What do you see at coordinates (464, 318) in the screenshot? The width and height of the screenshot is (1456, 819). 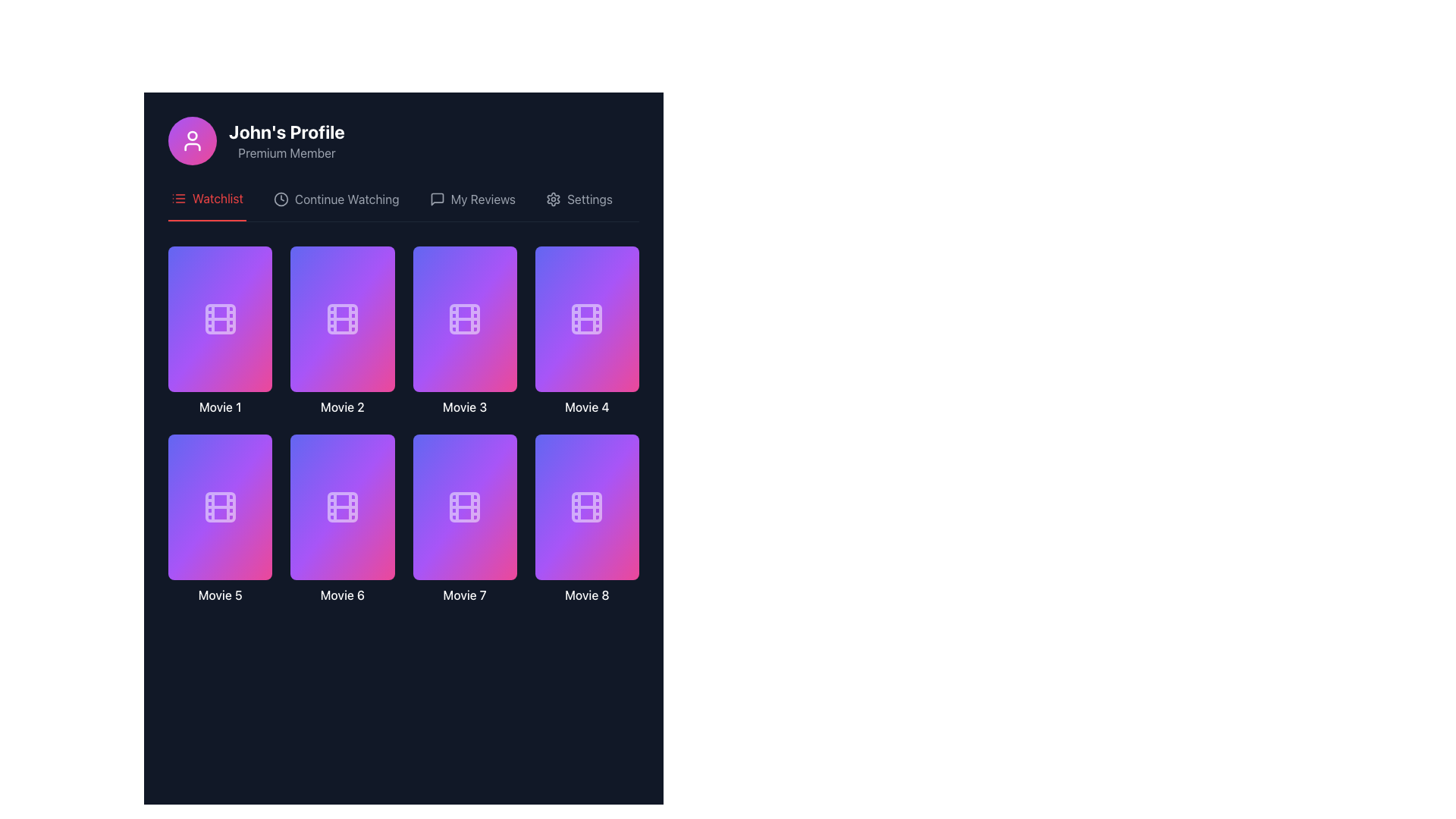 I see `the movie icon representing 'Movie 3' in the third column of the first row of the movie grid` at bounding box center [464, 318].